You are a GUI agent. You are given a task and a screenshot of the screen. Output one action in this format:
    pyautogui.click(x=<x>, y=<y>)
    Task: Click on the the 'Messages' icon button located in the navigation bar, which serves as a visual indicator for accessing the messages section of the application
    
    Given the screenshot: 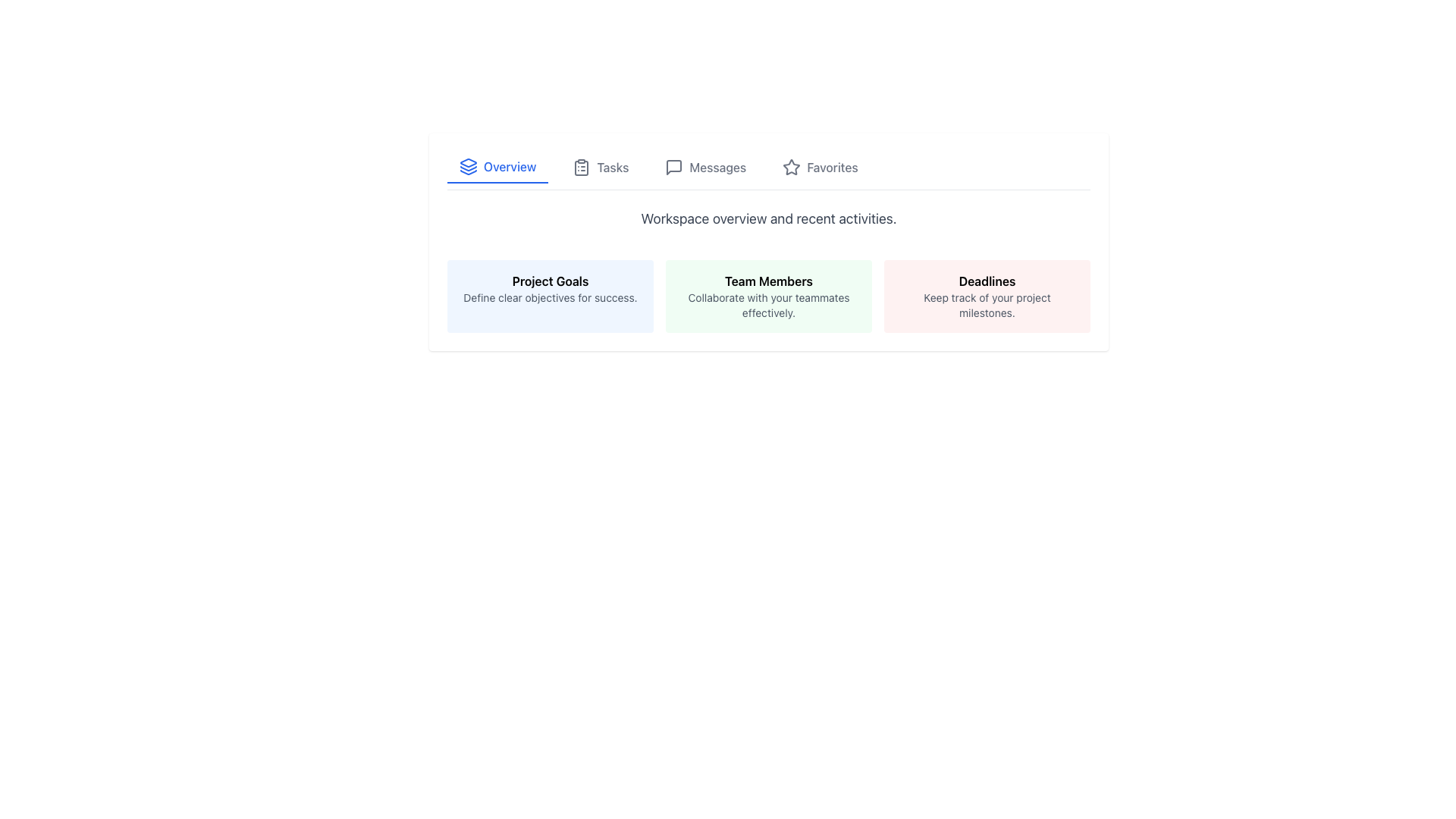 What is the action you would take?
    pyautogui.click(x=673, y=167)
    